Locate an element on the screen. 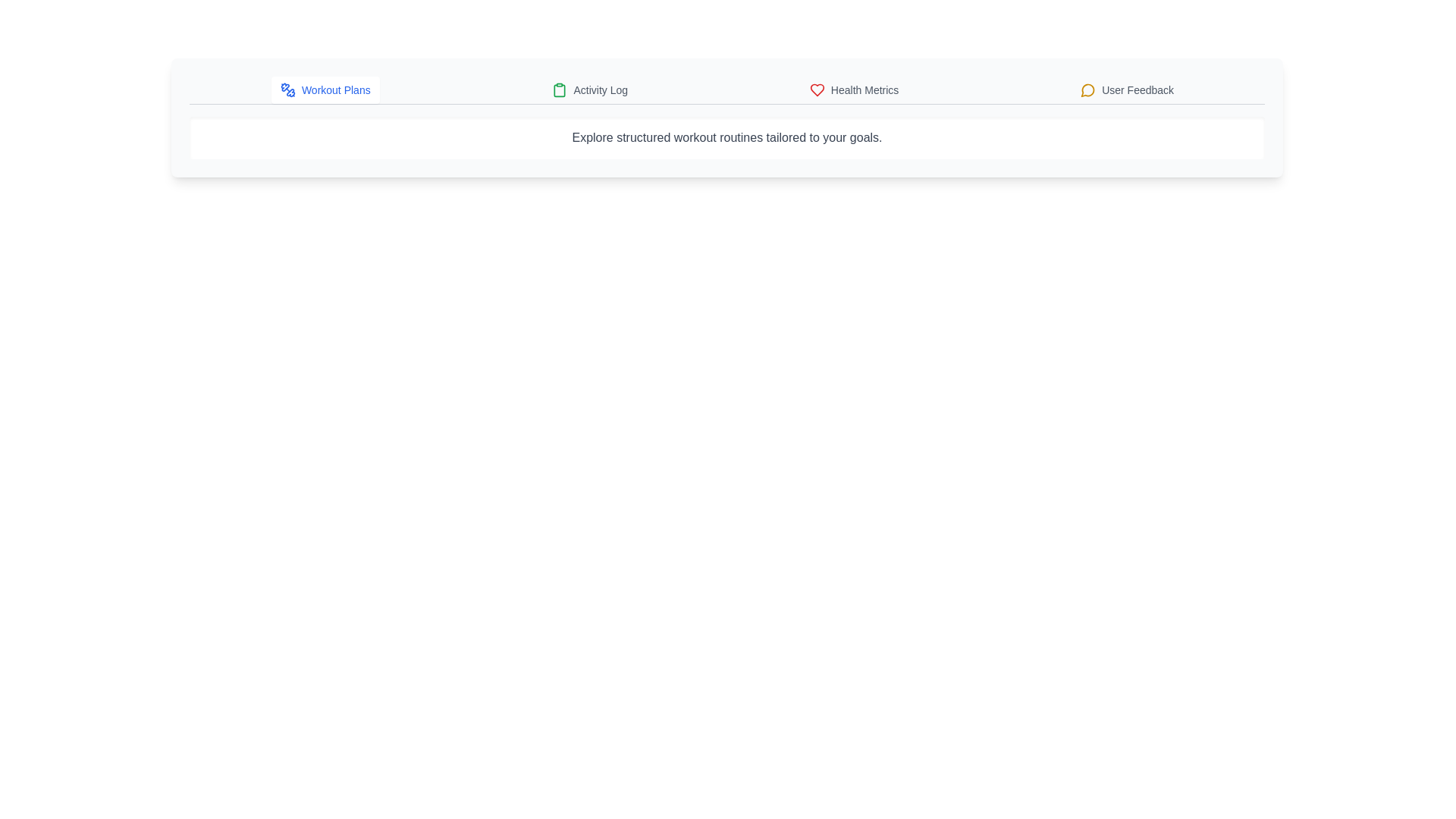 This screenshot has height=819, width=1456. the decorative icon for the 'Workout Plans' section, which is located to the left of the 'Workout Plans' label in the top-left navigation bar is located at coordinates (290, 93).